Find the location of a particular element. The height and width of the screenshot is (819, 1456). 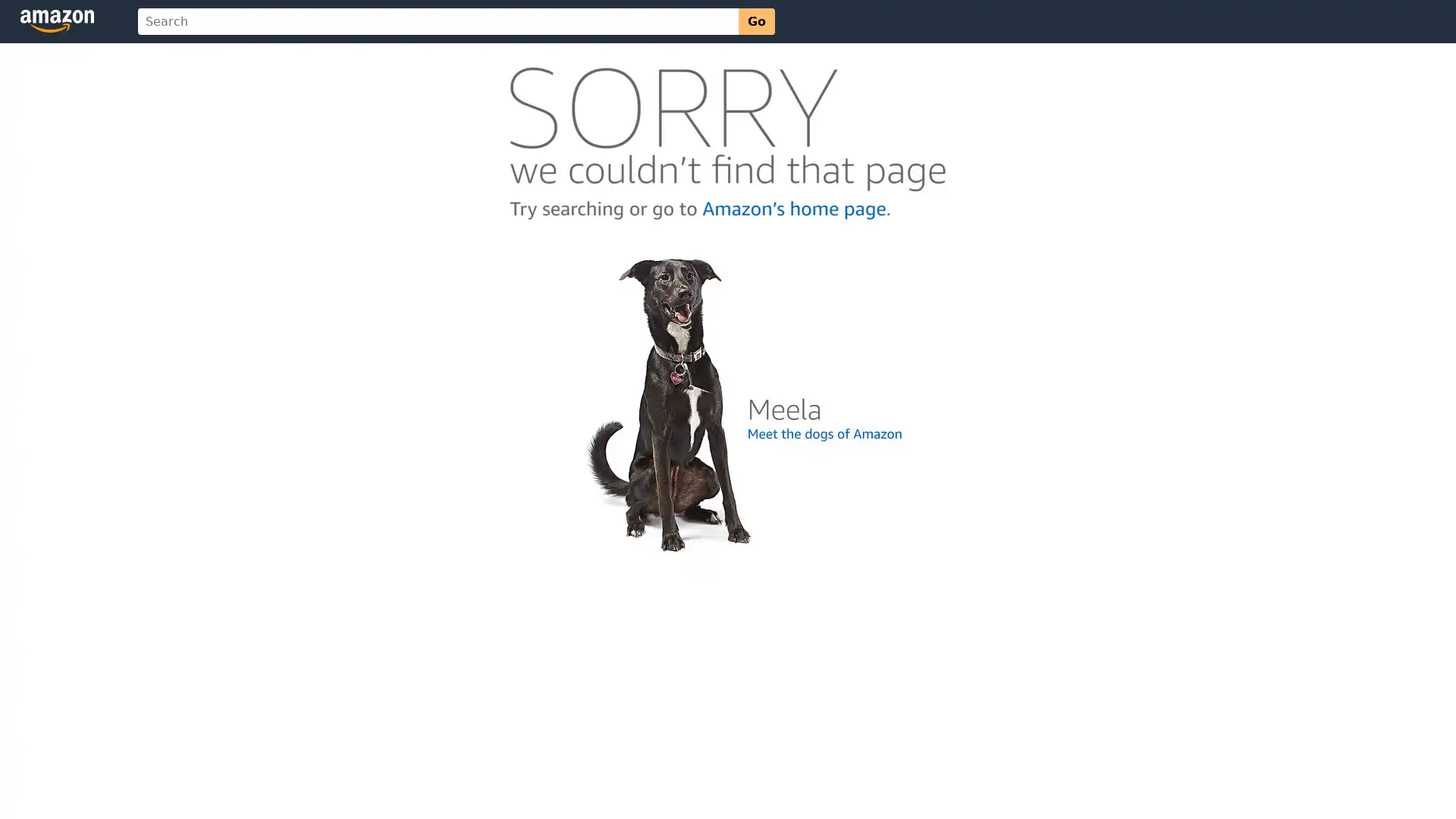

Go is located at coordinates (757, 21).